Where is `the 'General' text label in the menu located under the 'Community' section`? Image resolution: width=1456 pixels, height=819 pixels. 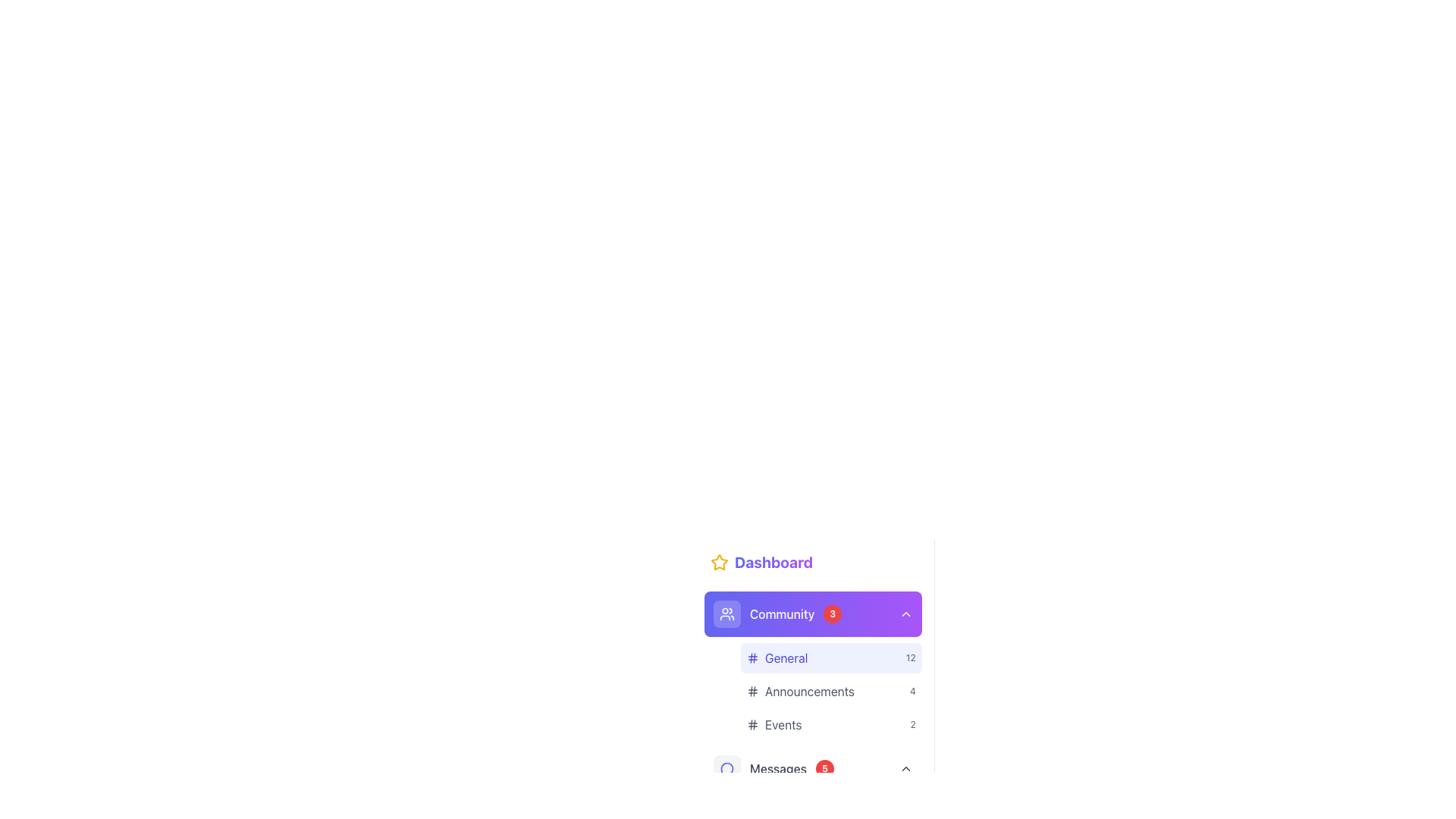
the 'General' text label in the menu located under the 'Community' section is located at coordinates (786, 657).